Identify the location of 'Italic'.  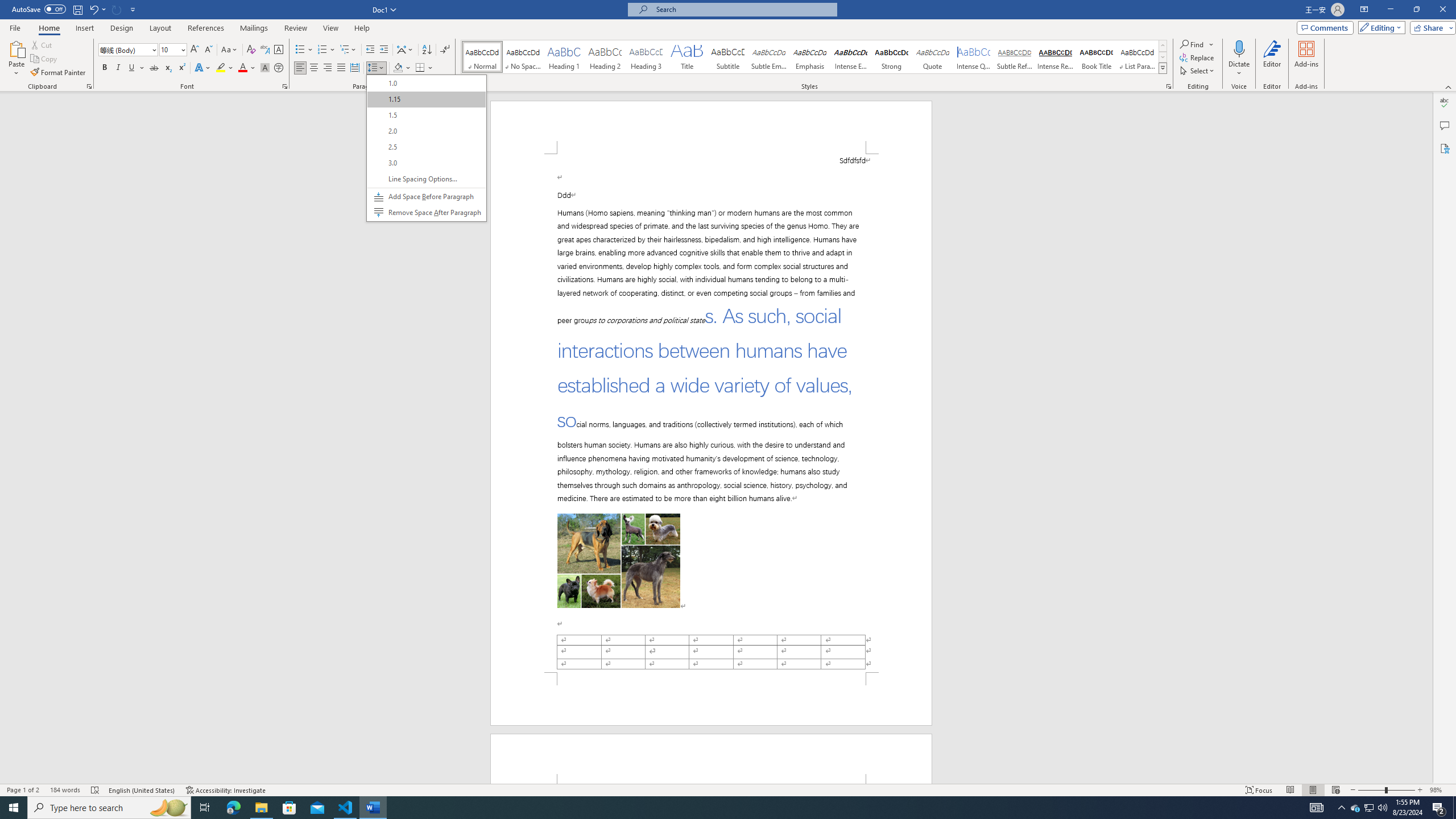
(154, 67).